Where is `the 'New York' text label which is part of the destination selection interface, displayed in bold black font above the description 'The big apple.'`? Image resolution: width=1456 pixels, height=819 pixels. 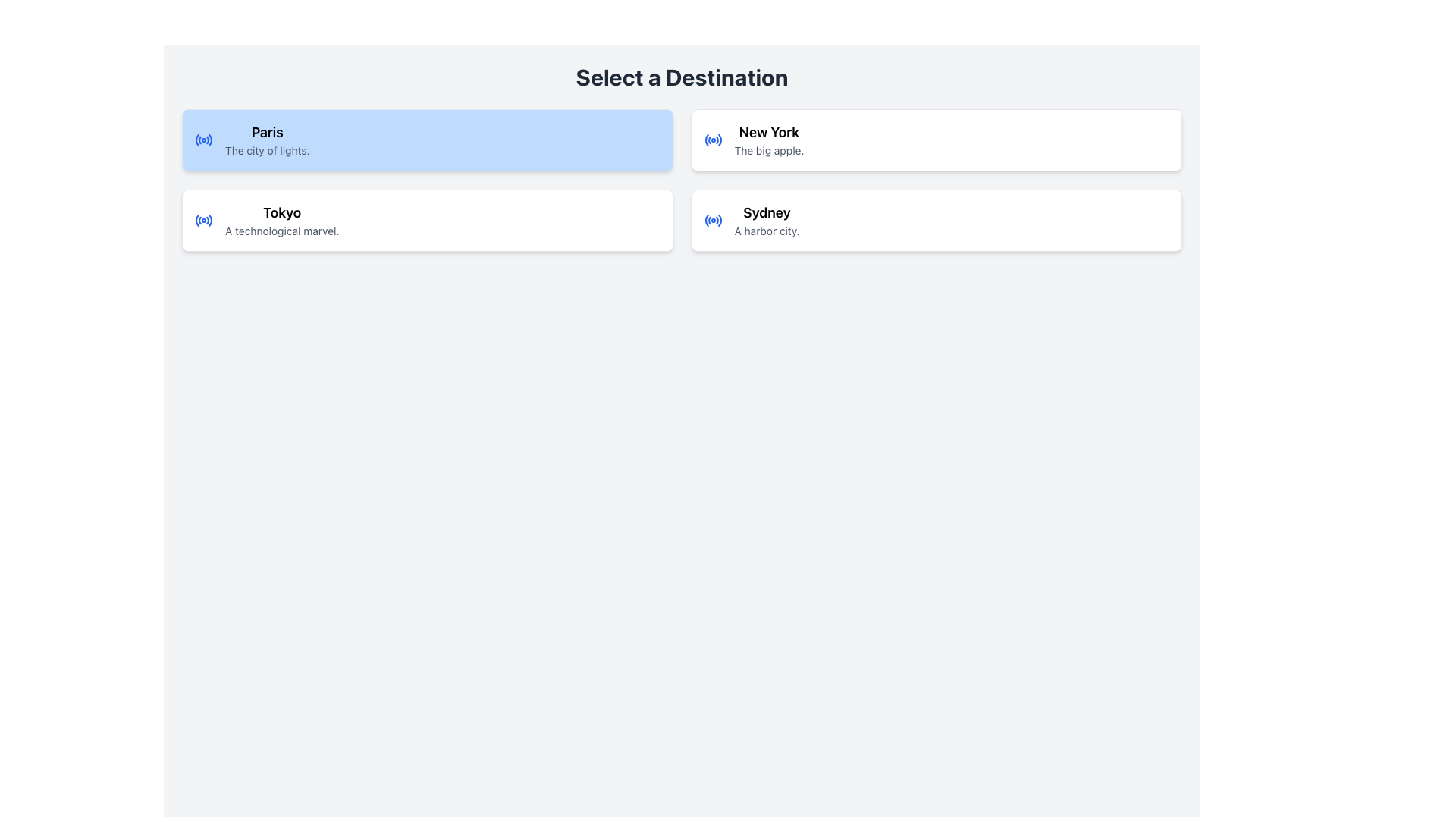
the 'New York' text label which is part of the destination selection interface, displayed in bold black font above the description 'The big apple.' is located at coordinates (769, 131).